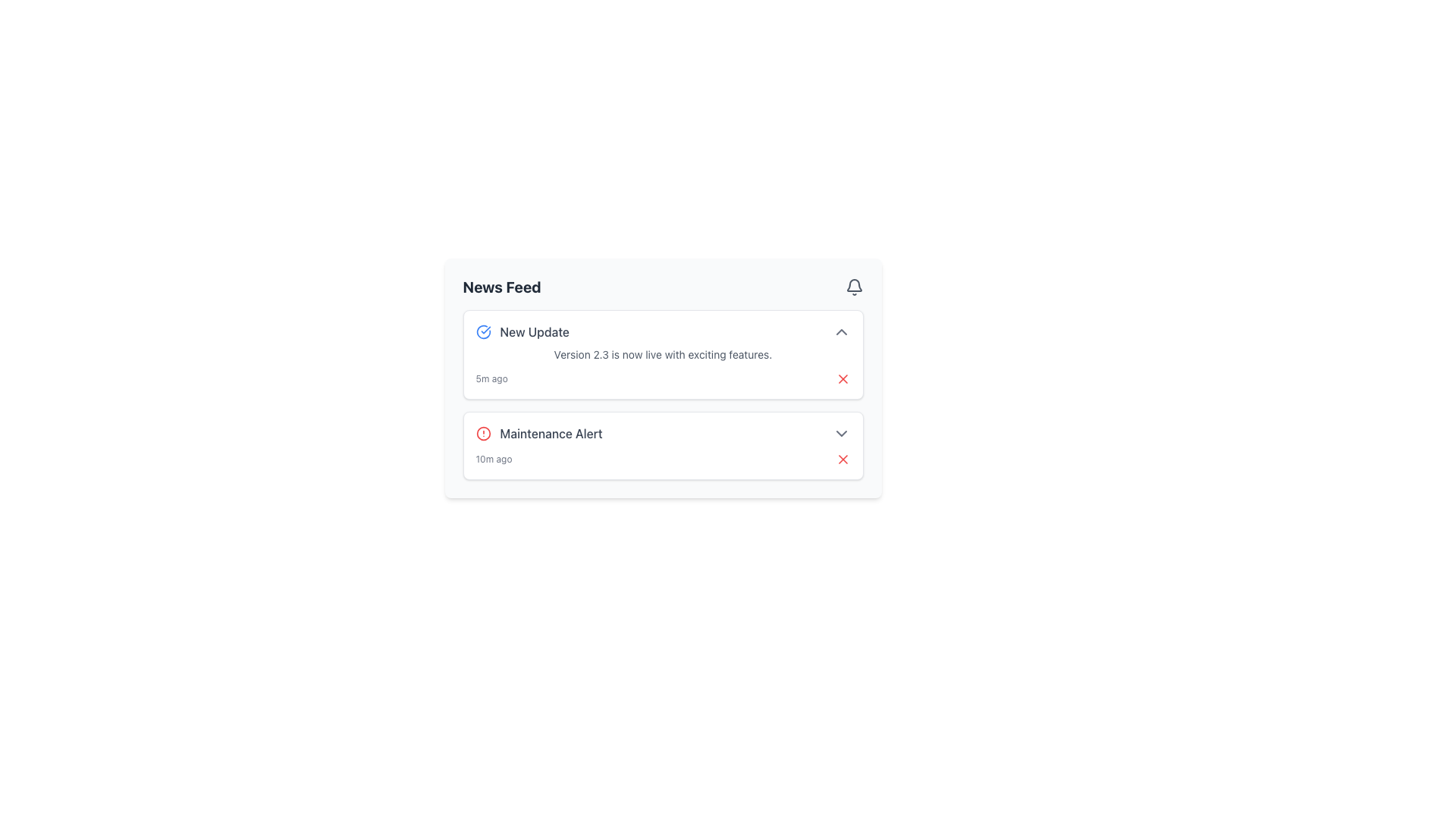 This screenshot has height=819, width=1456. Describe the element at coordinates (842, 378) in the screenshot. I see `the close button located in the top-right corner of the 'New Update' card in the 'News Feed' section` at that location.